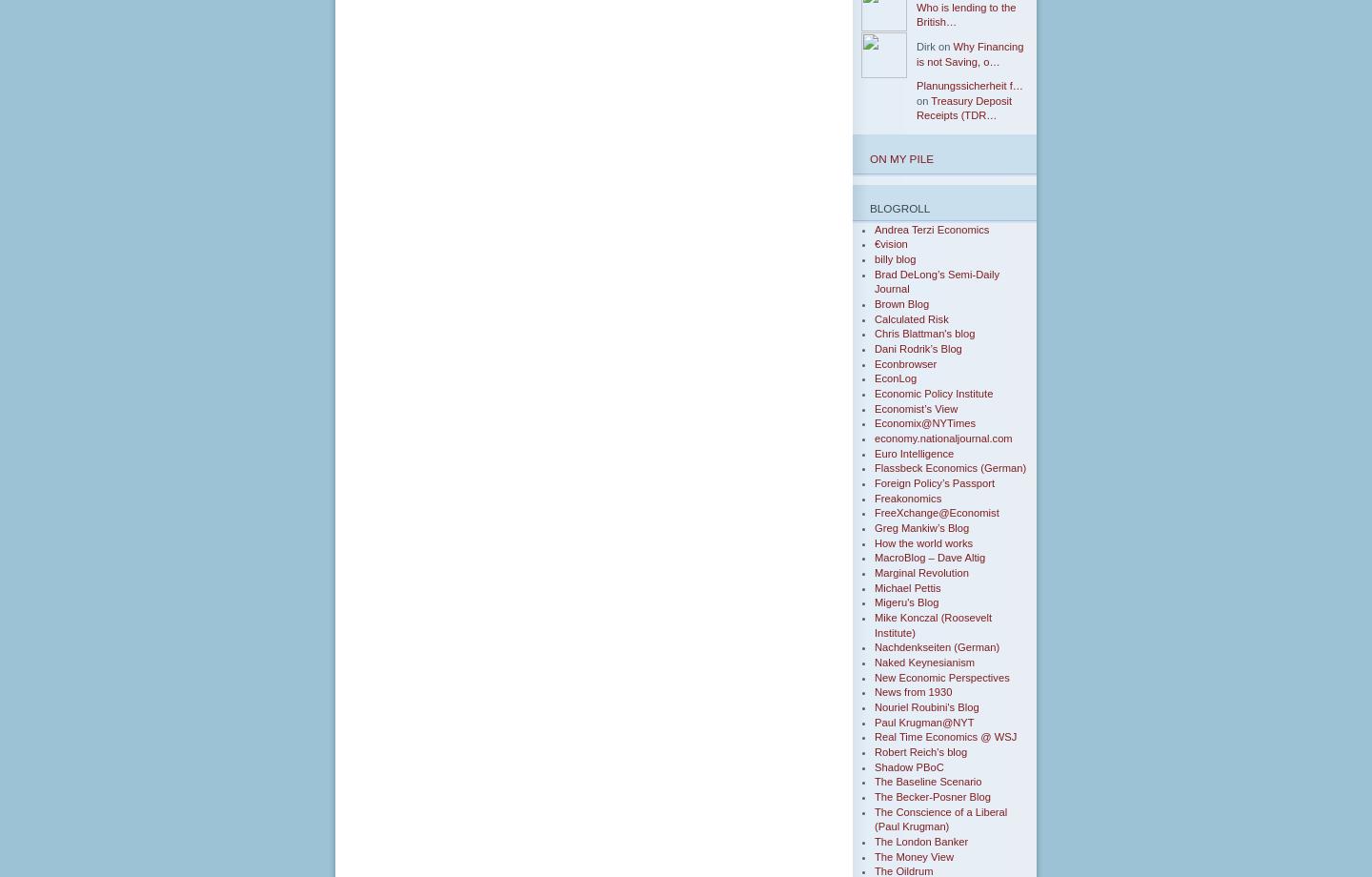 The width and height of the screenshot is (1372, 877). I want to click on 'FreeXchange@Economist', so click(935, 513).